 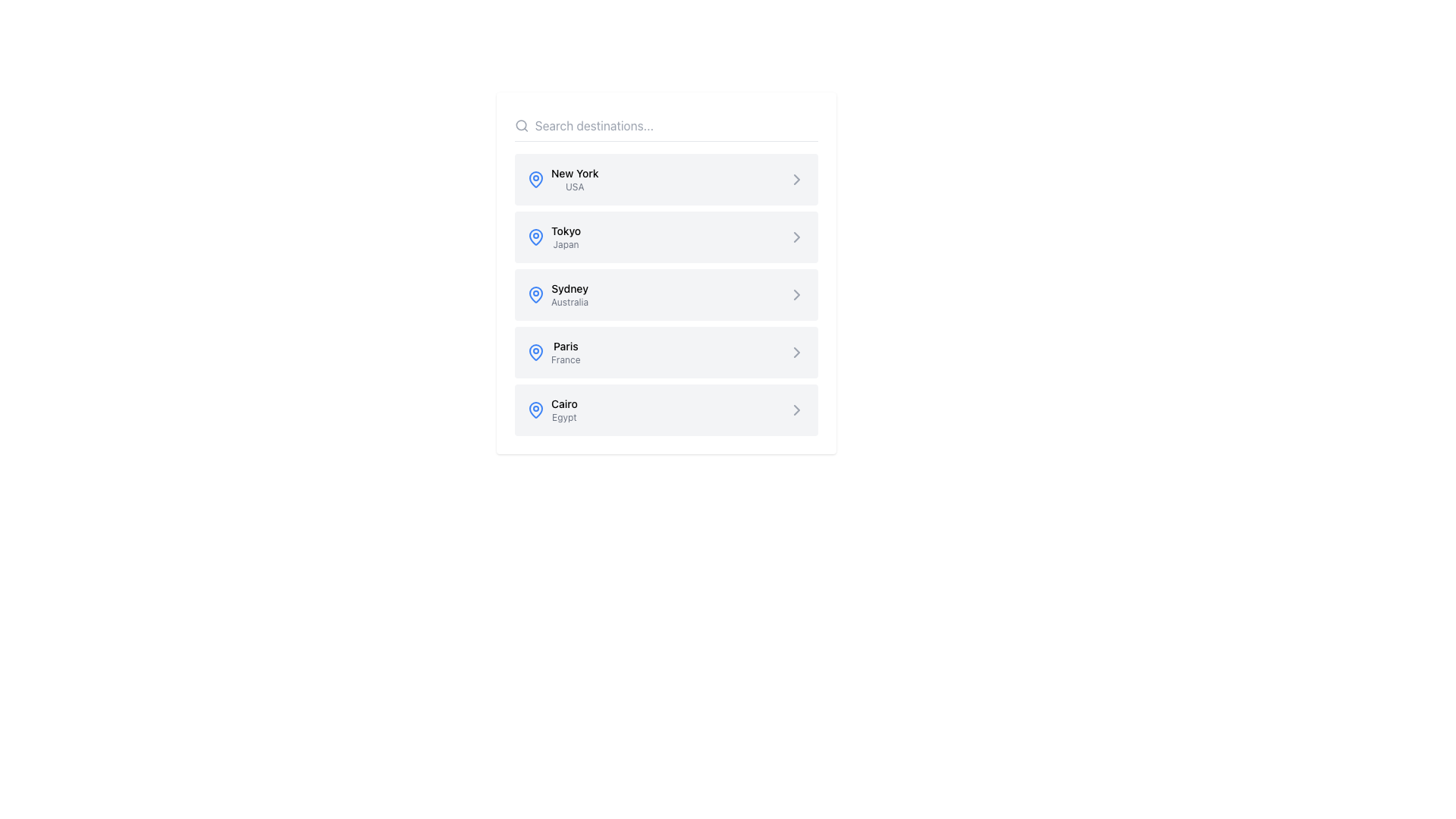 What do you see at coordinates (535, 295) in the screenshot?
I see `the geographical location icon located in the third list item of a vertical list of destinations` at bounding box center [535, 295].